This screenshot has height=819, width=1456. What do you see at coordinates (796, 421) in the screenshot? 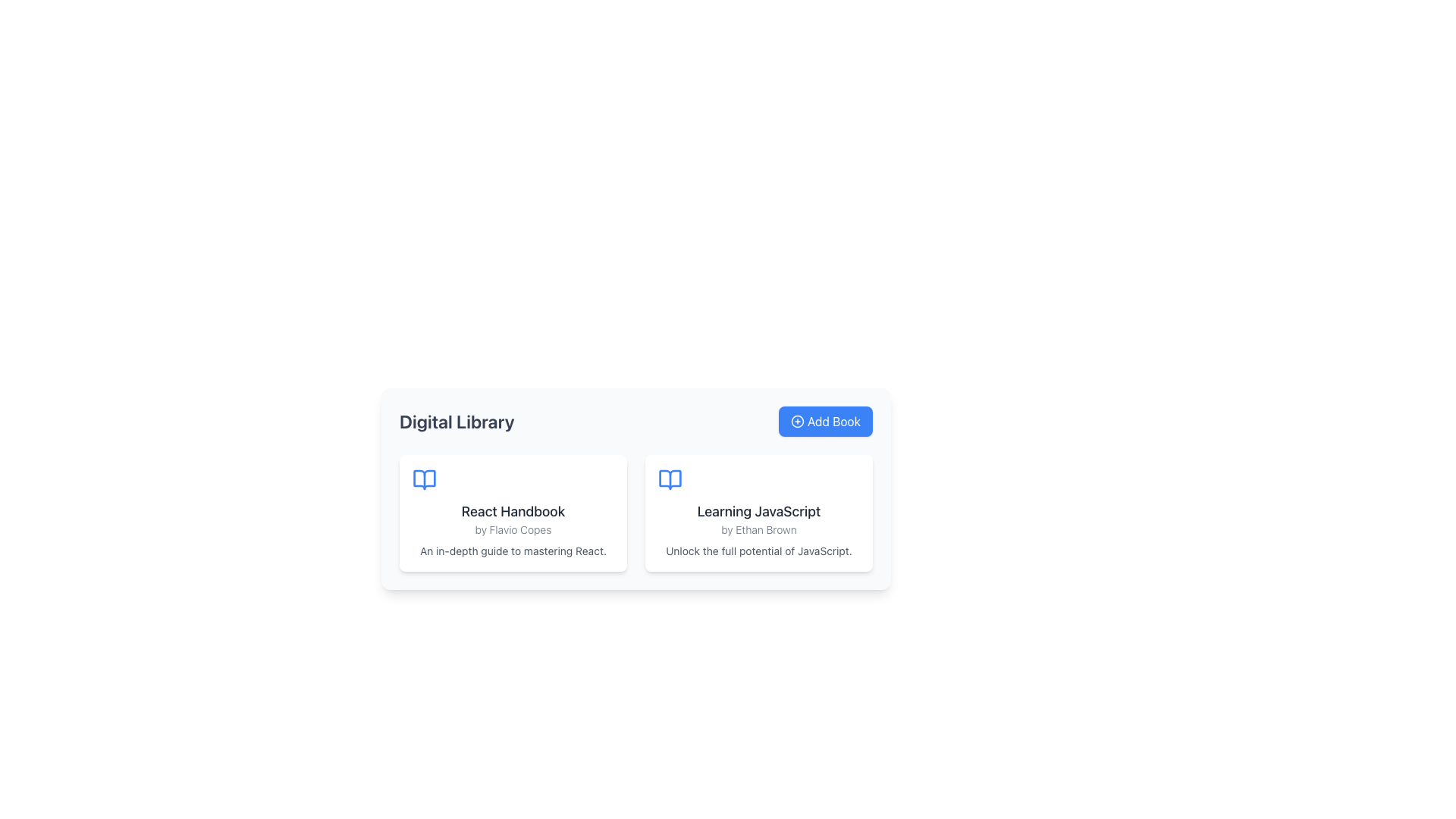
I see `the circular outline within the plus icon located at the top-right corner of the UI near the 'Add Book' button` at bounding box center [796, 421].